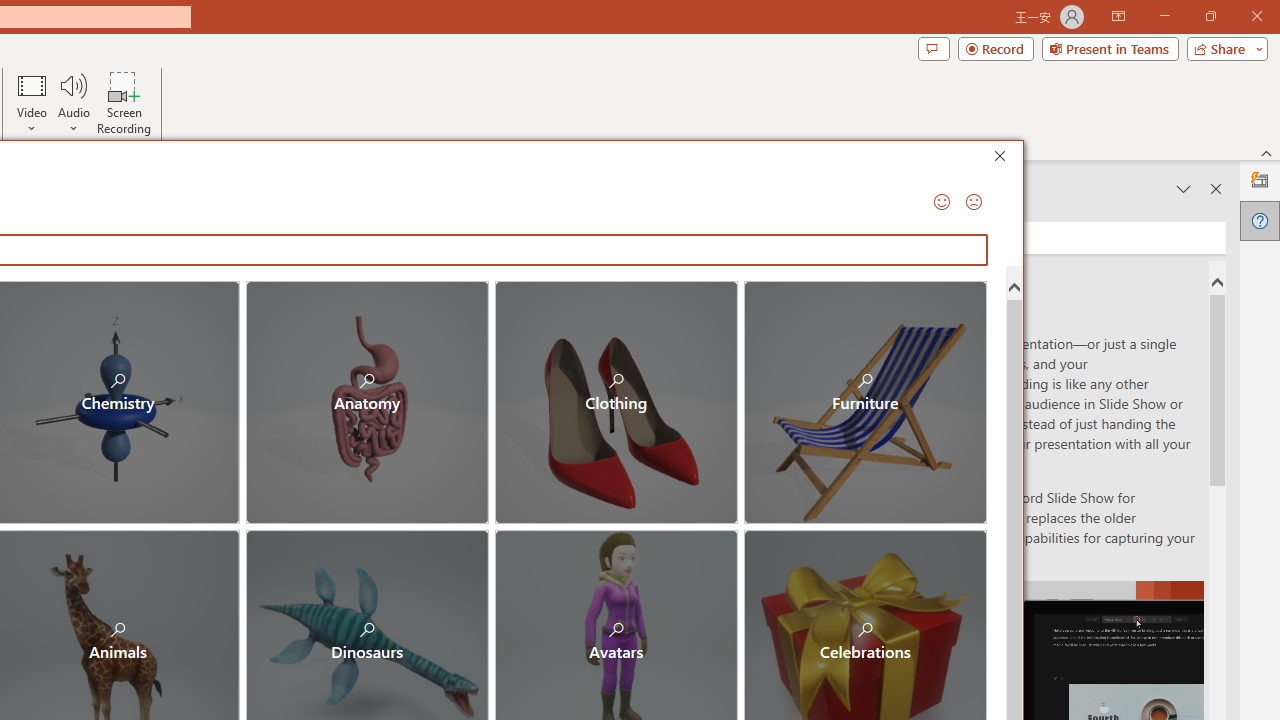 This screenshot has height=720, width=1280. I want to click on 'Screen Recording...', so click(123, 103).